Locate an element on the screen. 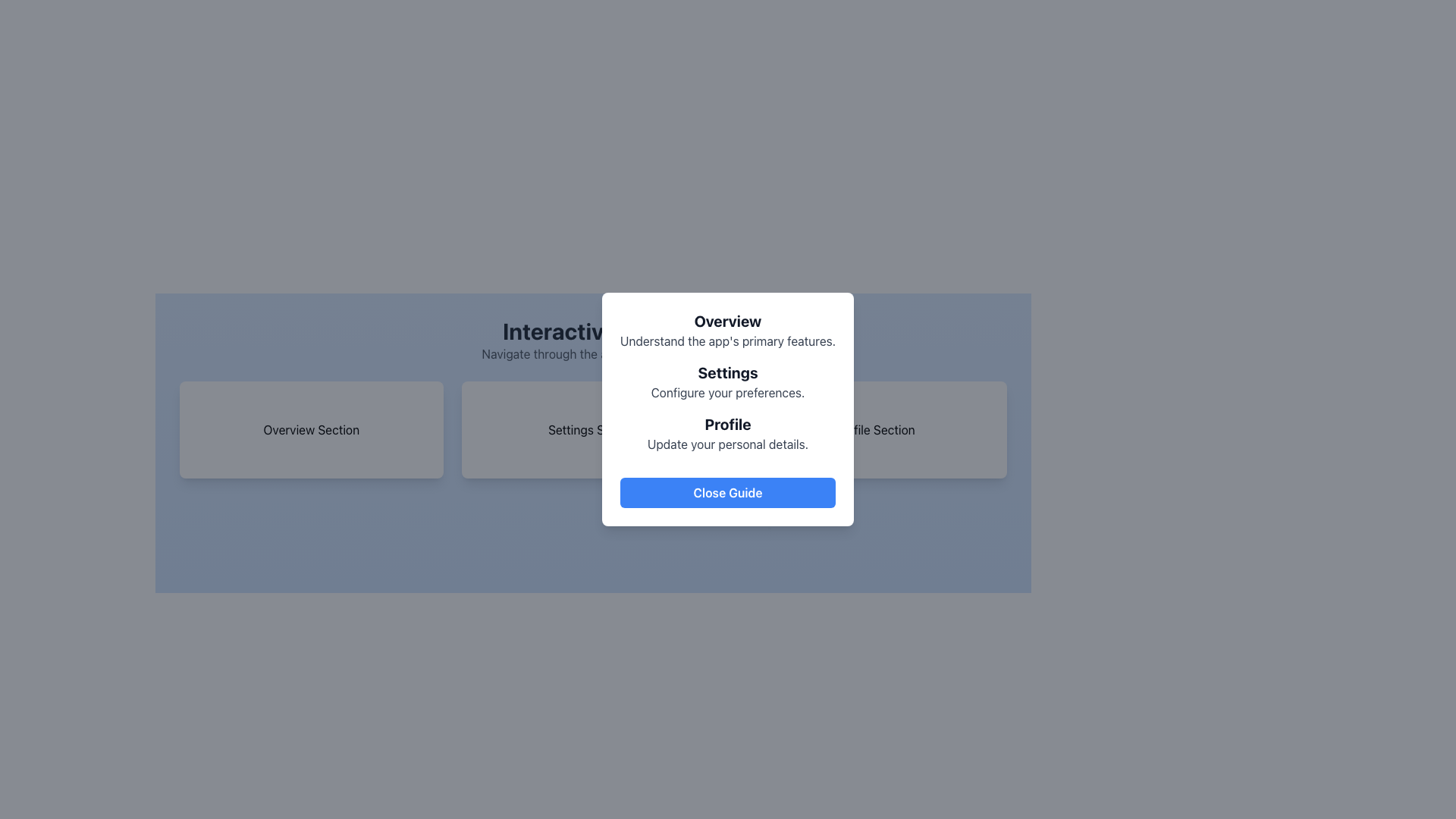  the Text Display element that provides a title is located at coordinates (728, 381).